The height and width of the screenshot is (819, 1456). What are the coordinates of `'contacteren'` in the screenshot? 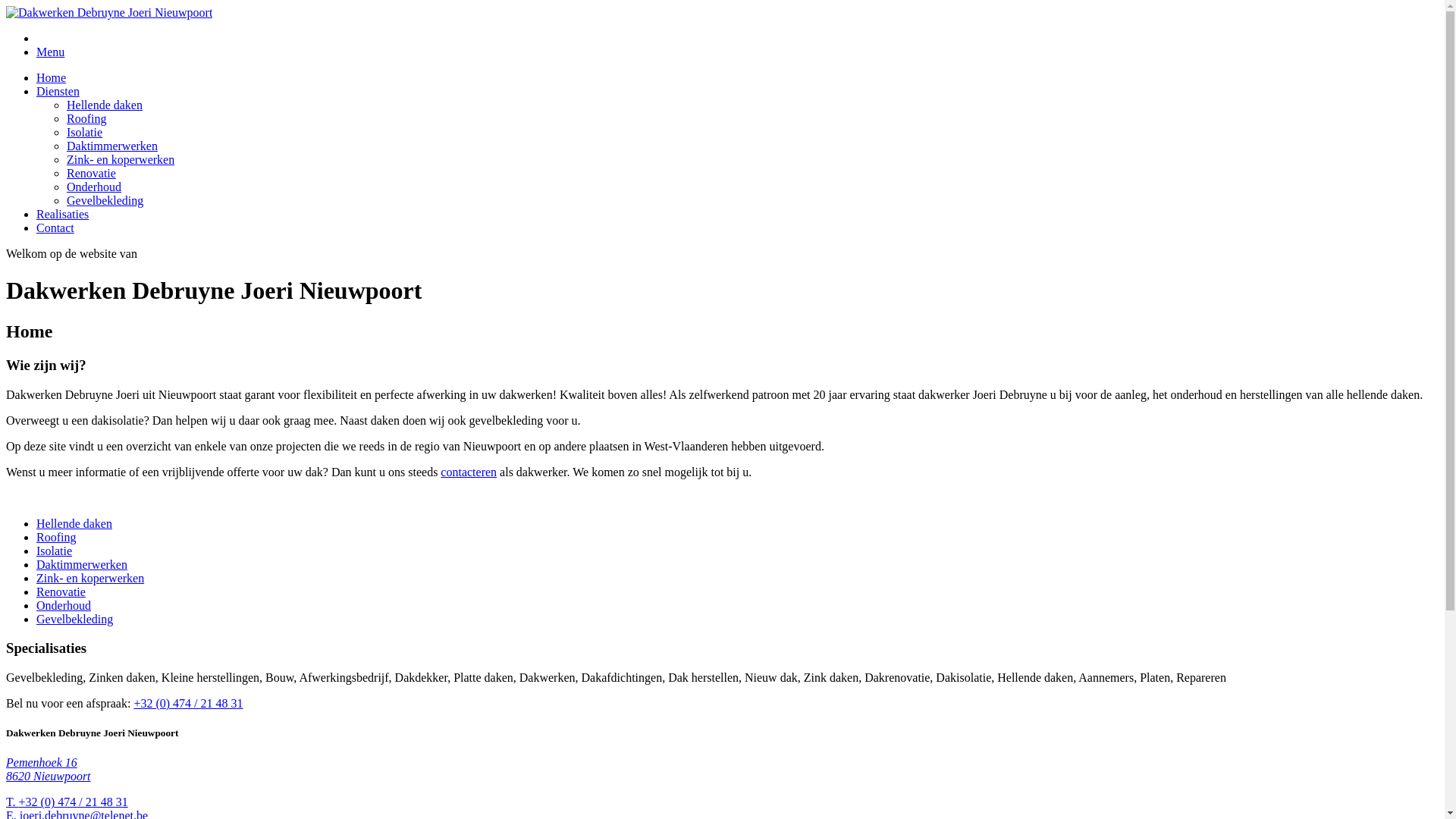 It's located at (468, 471).